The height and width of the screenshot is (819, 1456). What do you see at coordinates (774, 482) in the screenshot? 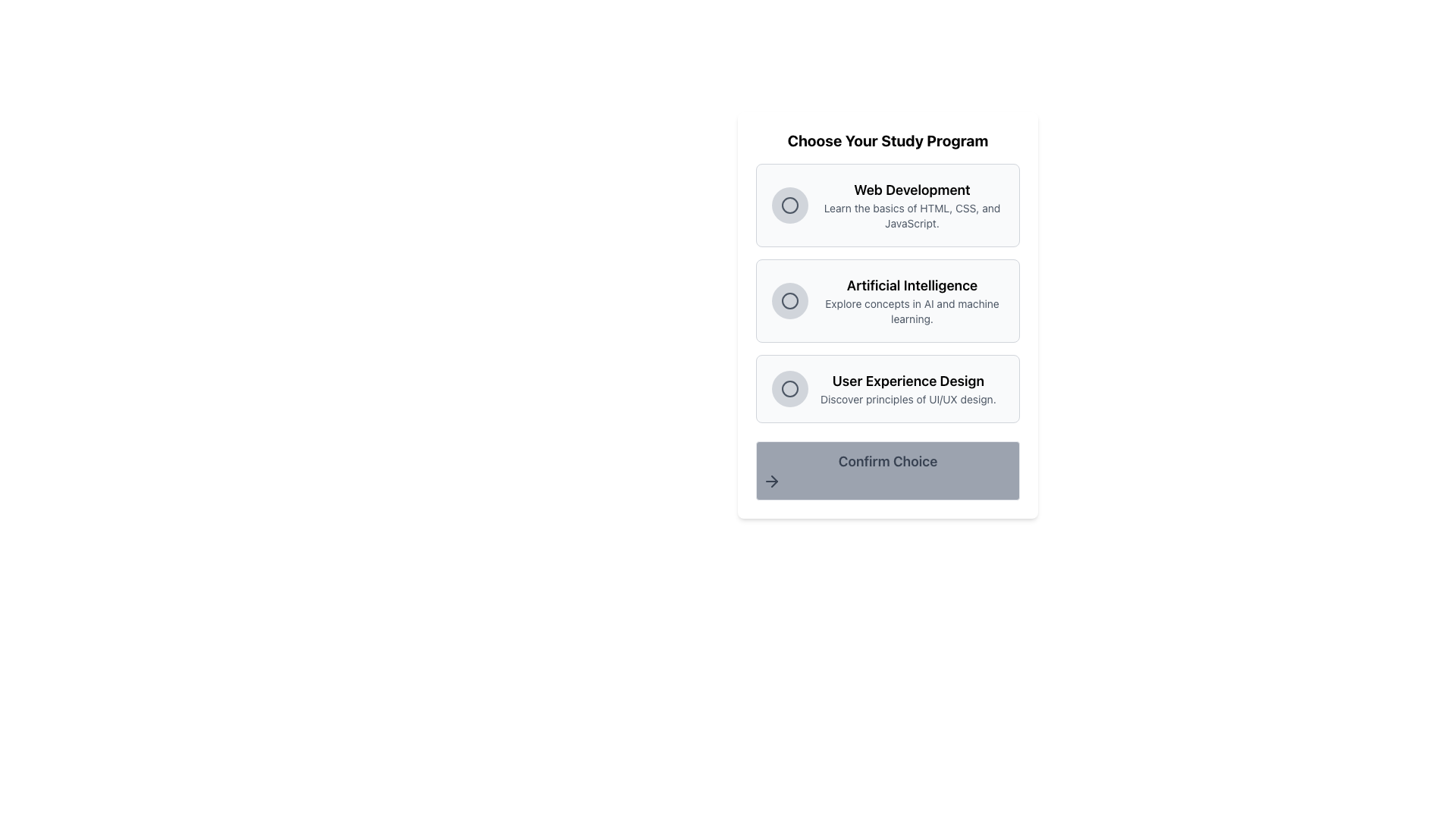
I see `the right-pointing arrow glyph within the graphical icon component, which is part of a larger icon indicating direction` at bounding box center [774, 482].